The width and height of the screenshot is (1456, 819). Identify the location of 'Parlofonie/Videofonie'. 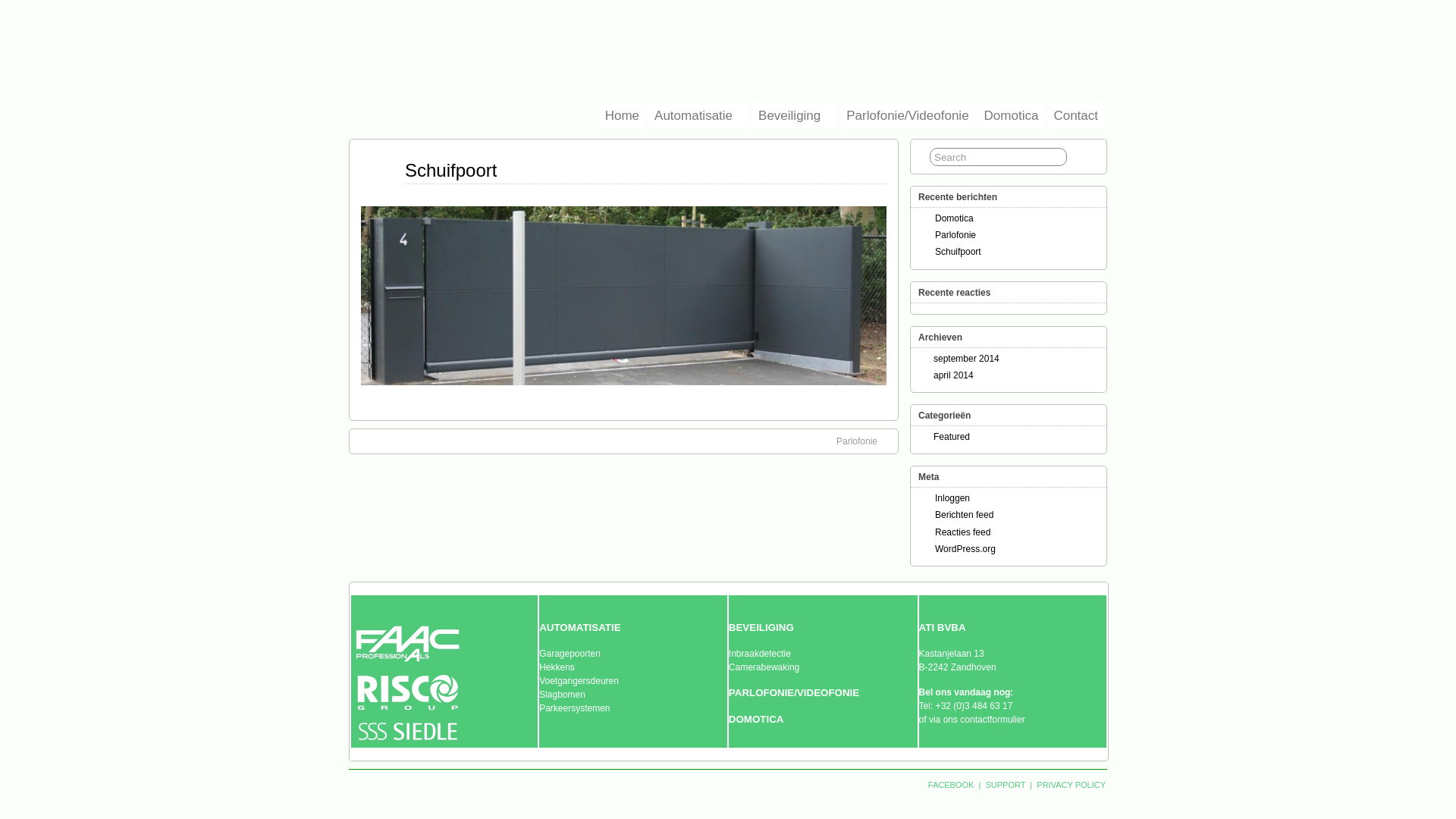
(907, 114).